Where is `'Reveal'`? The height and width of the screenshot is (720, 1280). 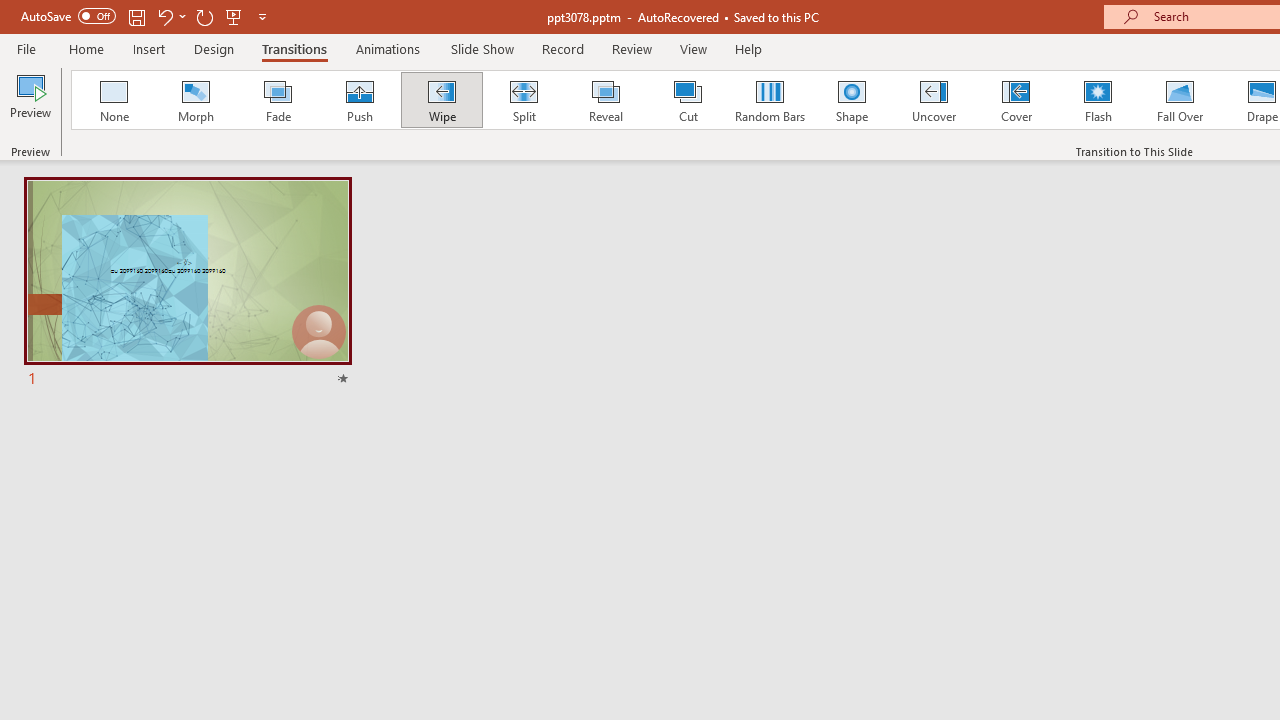 'Reveal' is located at coordinates (604, 100).